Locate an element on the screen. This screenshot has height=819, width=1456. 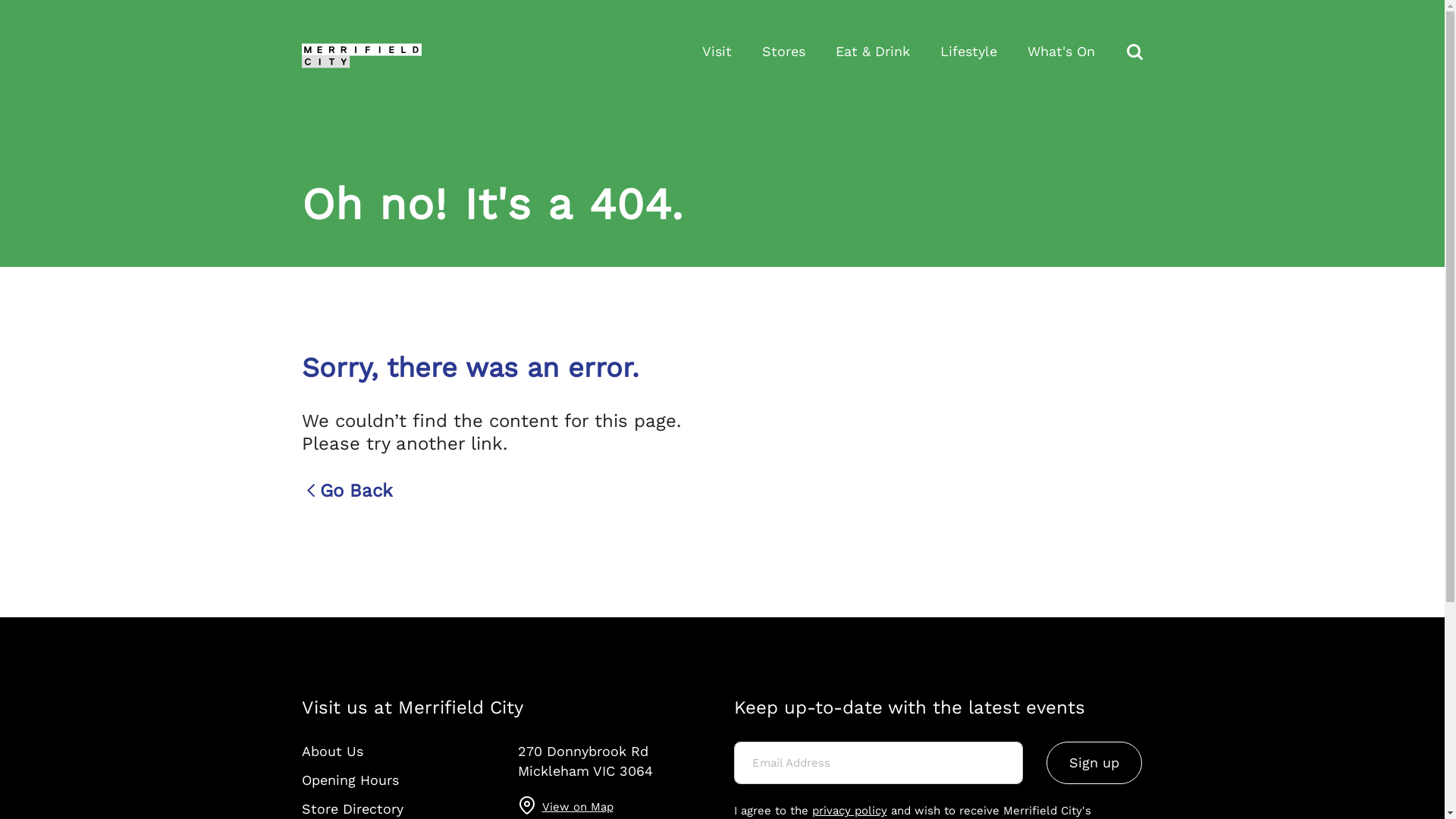
'View on Map' is located at coordinates (541, 805).